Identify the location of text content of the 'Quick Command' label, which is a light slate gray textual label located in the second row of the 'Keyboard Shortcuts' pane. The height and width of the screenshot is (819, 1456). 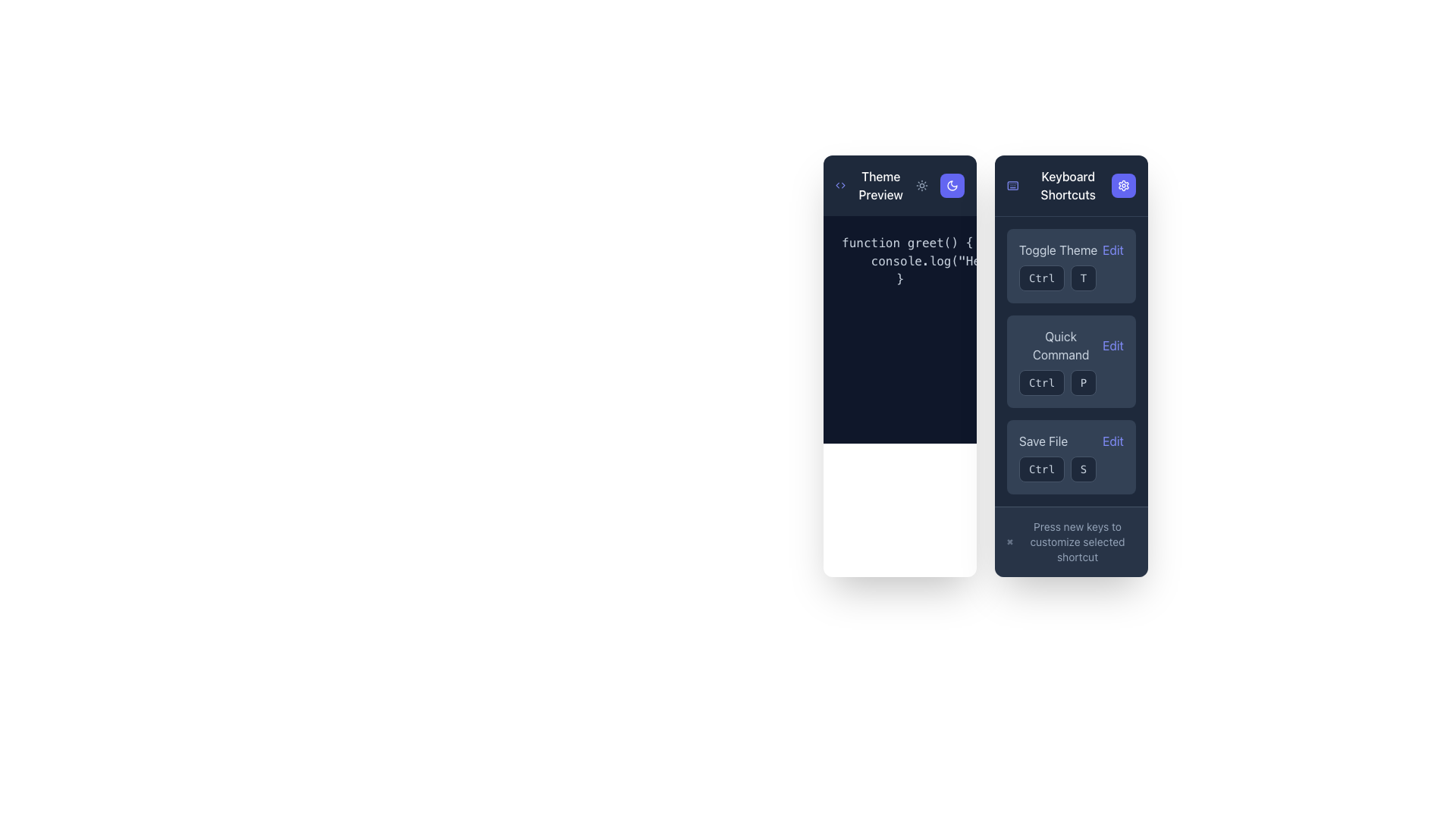
(1060, 345).